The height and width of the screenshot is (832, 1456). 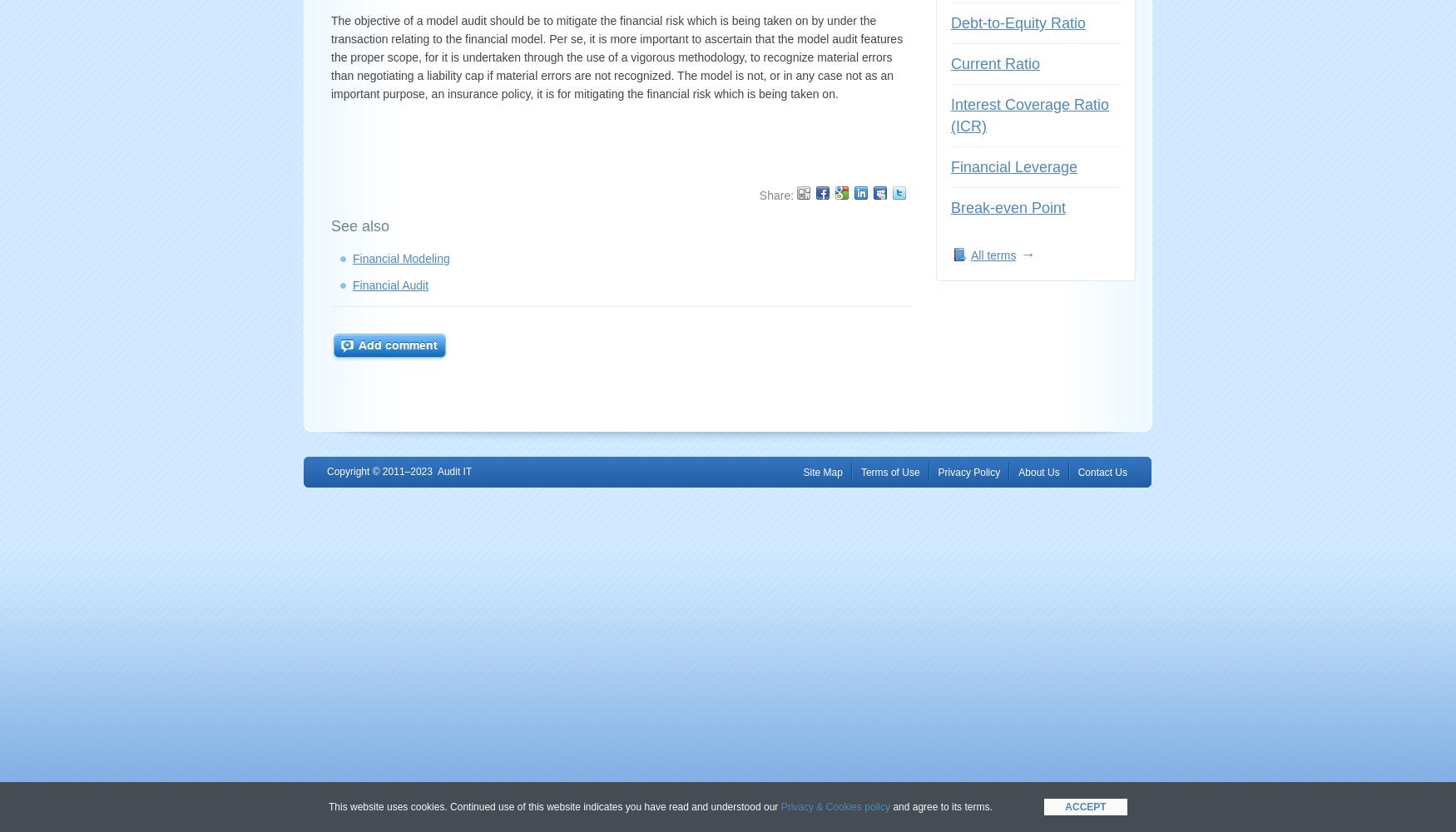 I want to click on 'Current Ratio', so click(x=995, y=63).